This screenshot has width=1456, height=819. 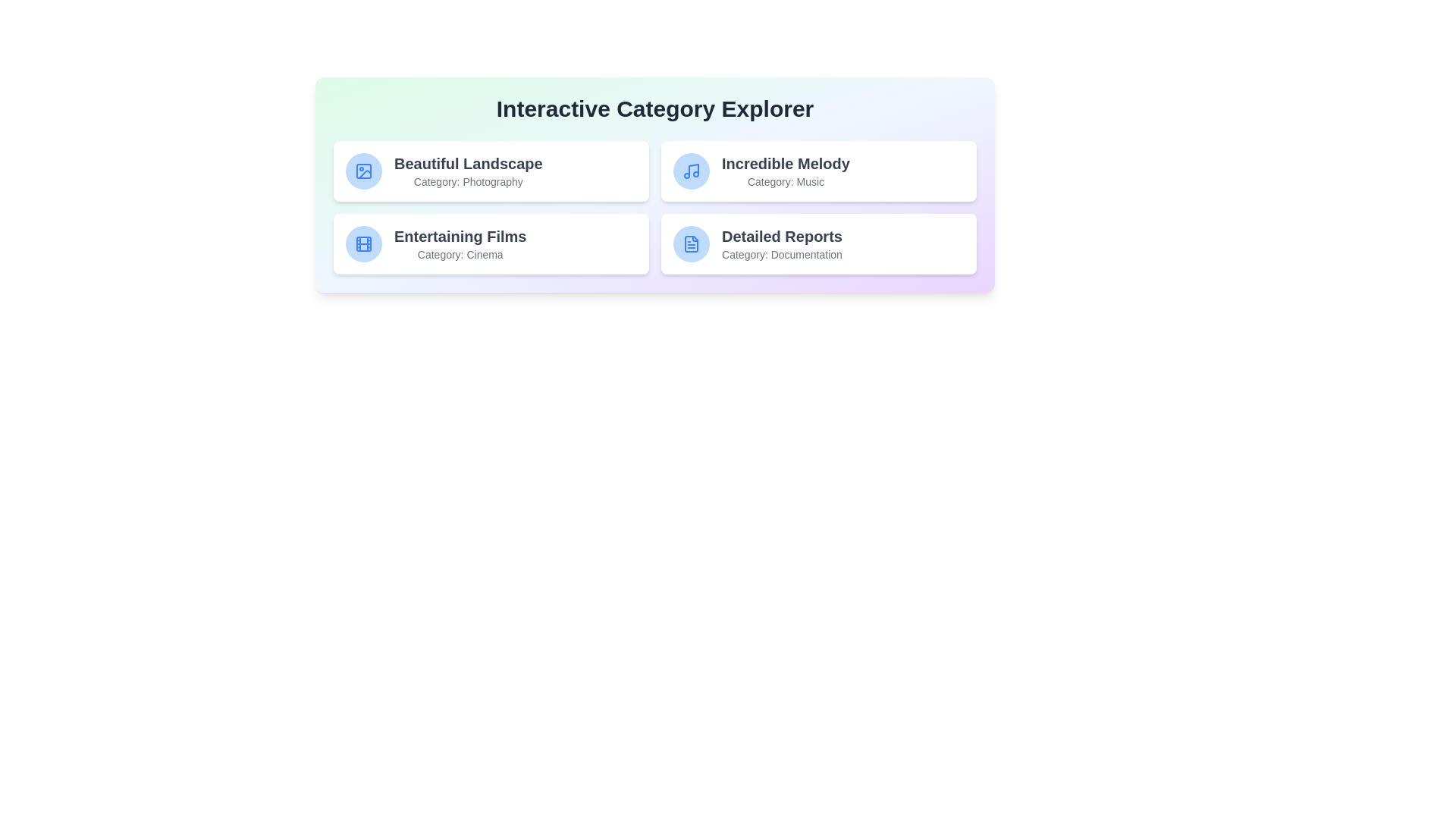 I want to click on the card representing the category Entertaining Films, so click(x=491, y=243).